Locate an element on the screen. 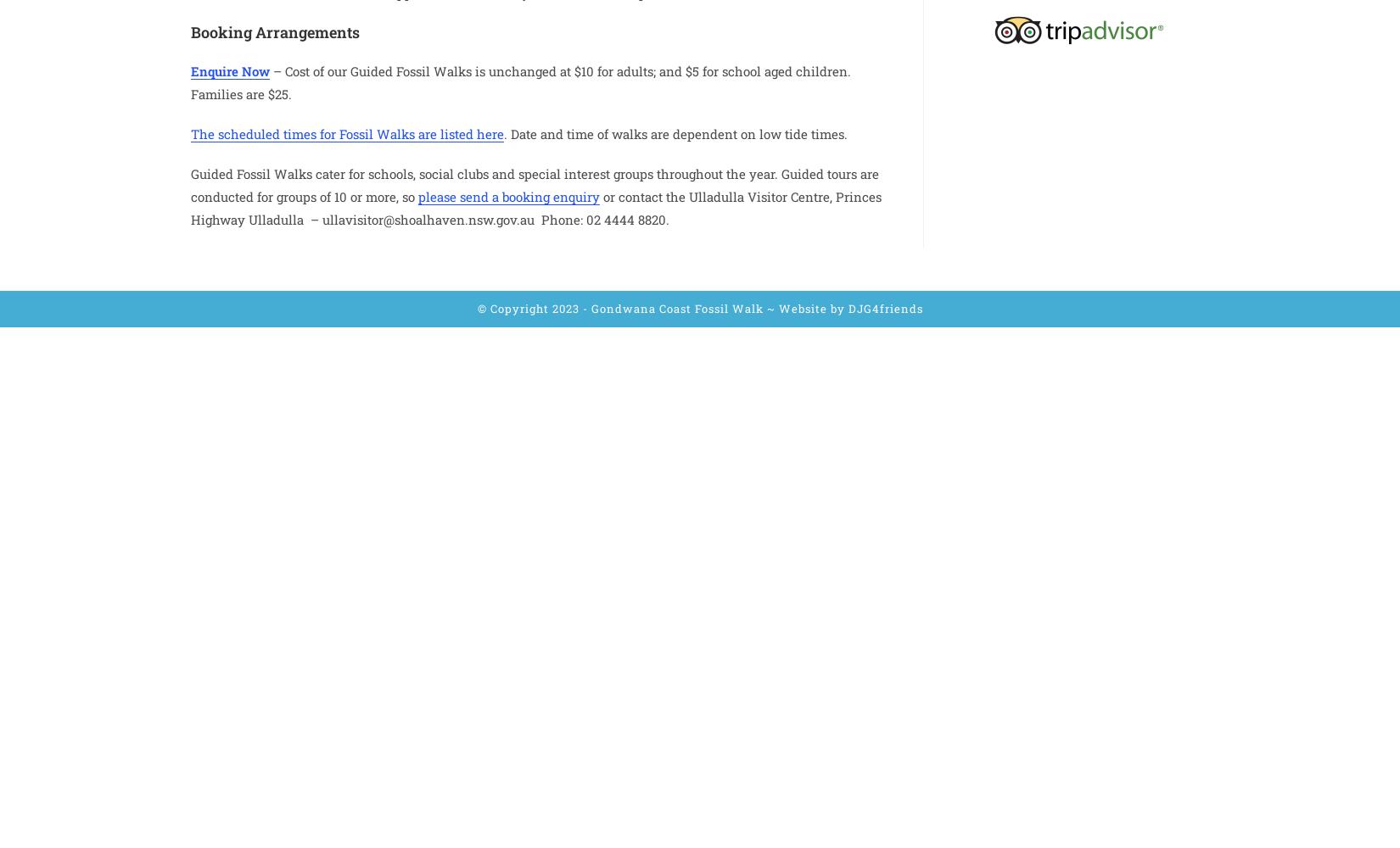 The height and width of the screenshot is (848, 1400). 'The scheduled times for Fossil Walks are listed here' is located at coordinates (347, 133).